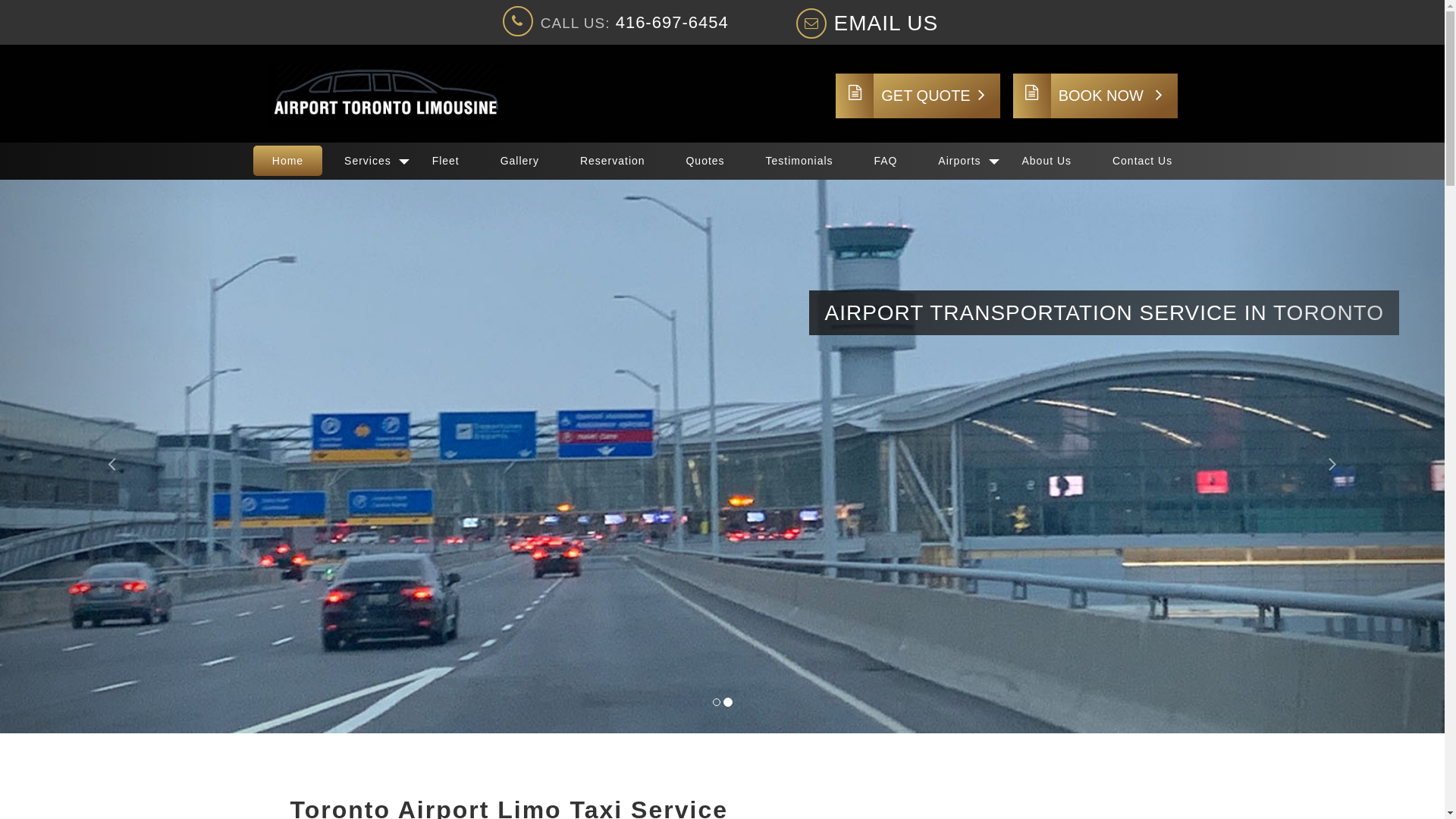 This screenshot has height=819, width=1456. I want to click on 'Fleet', so click(445, 161).